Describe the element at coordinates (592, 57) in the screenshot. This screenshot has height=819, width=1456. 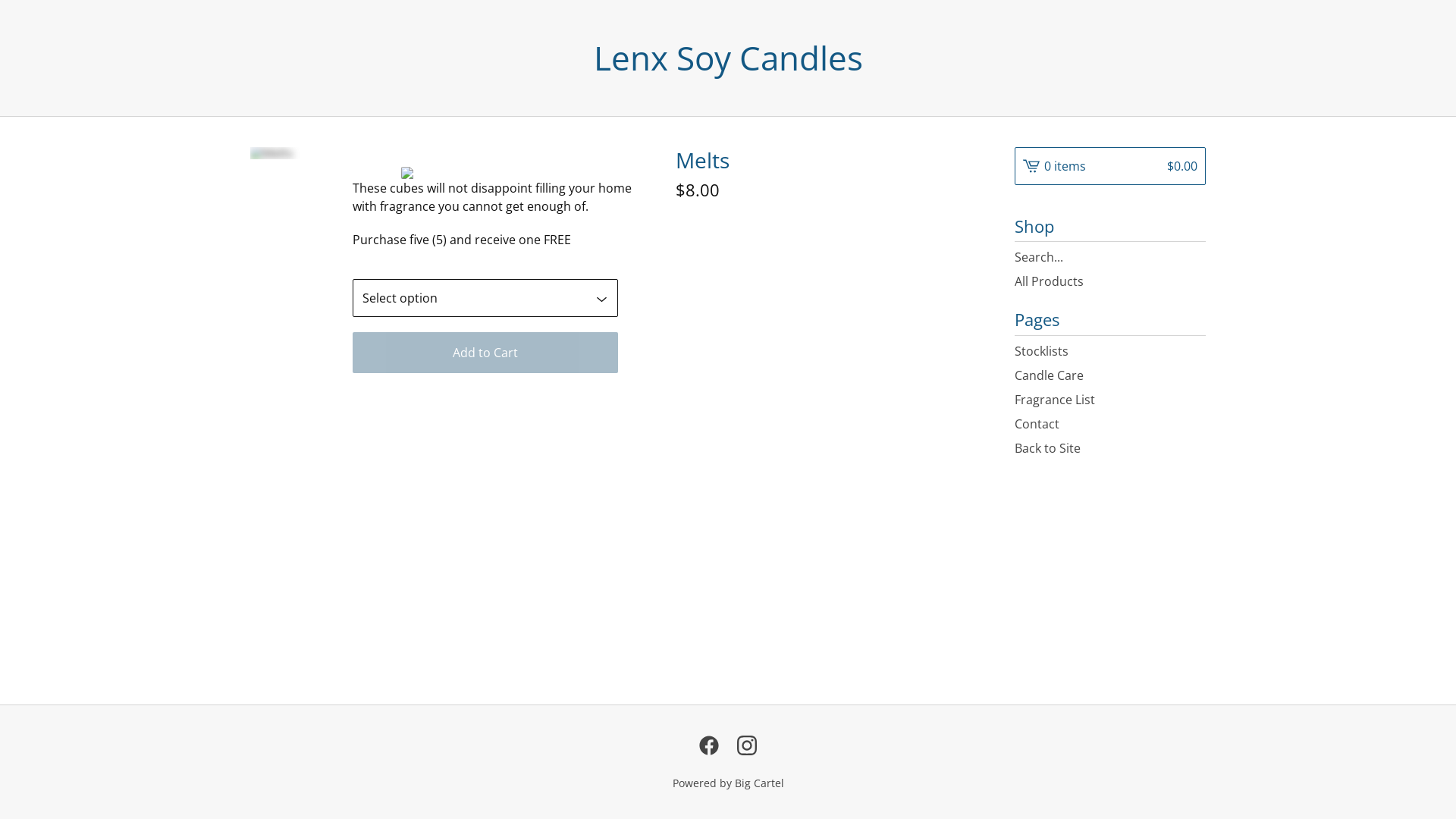
I see `'Lenx Soy Candles'` at that location.